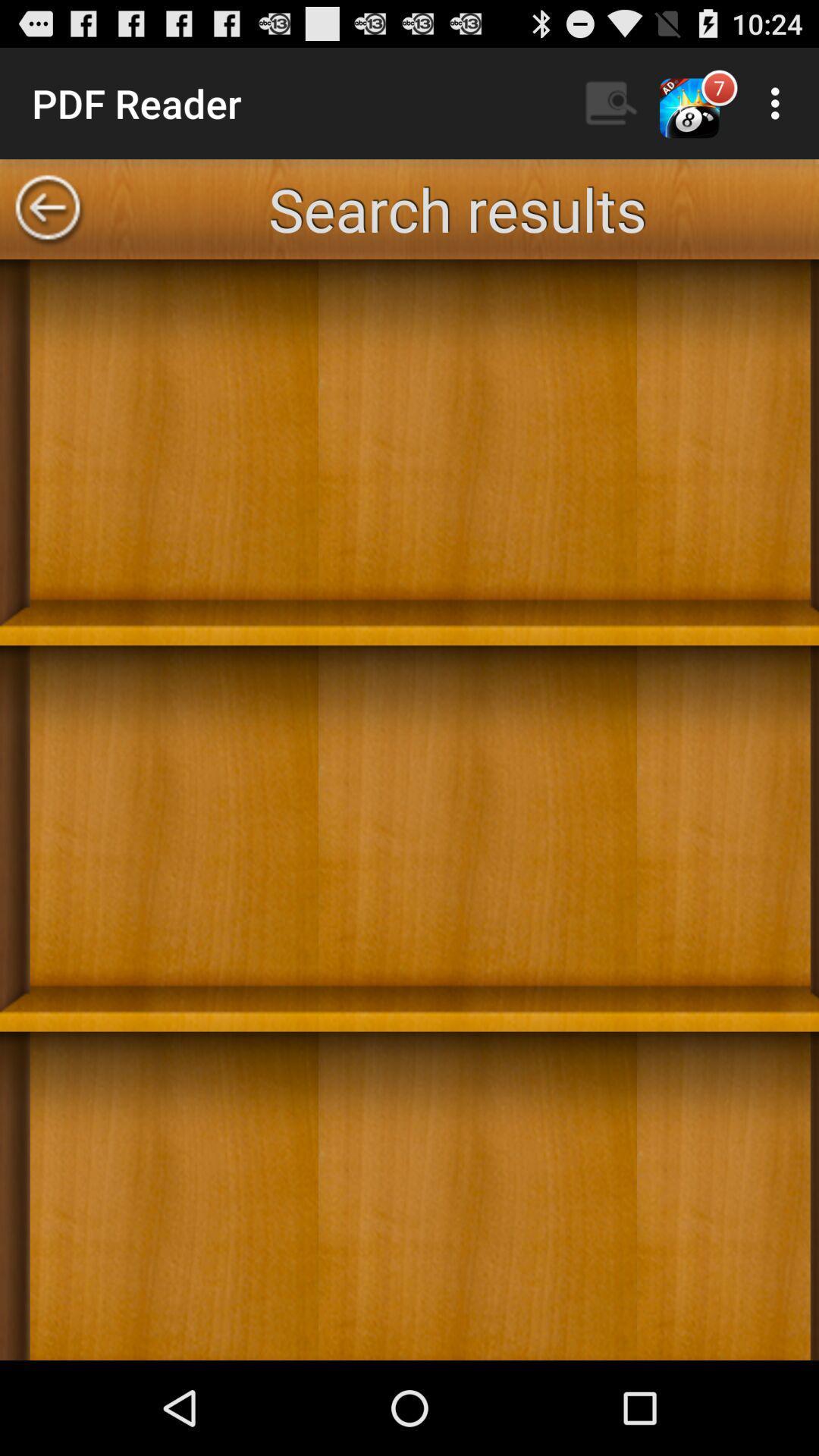 The height and width of the screenshot is (1456, 819). What do you see at coordinates (46, 223) in the screenshot?
I see `the arrow_backward icon` at bounding box center [46, 223].